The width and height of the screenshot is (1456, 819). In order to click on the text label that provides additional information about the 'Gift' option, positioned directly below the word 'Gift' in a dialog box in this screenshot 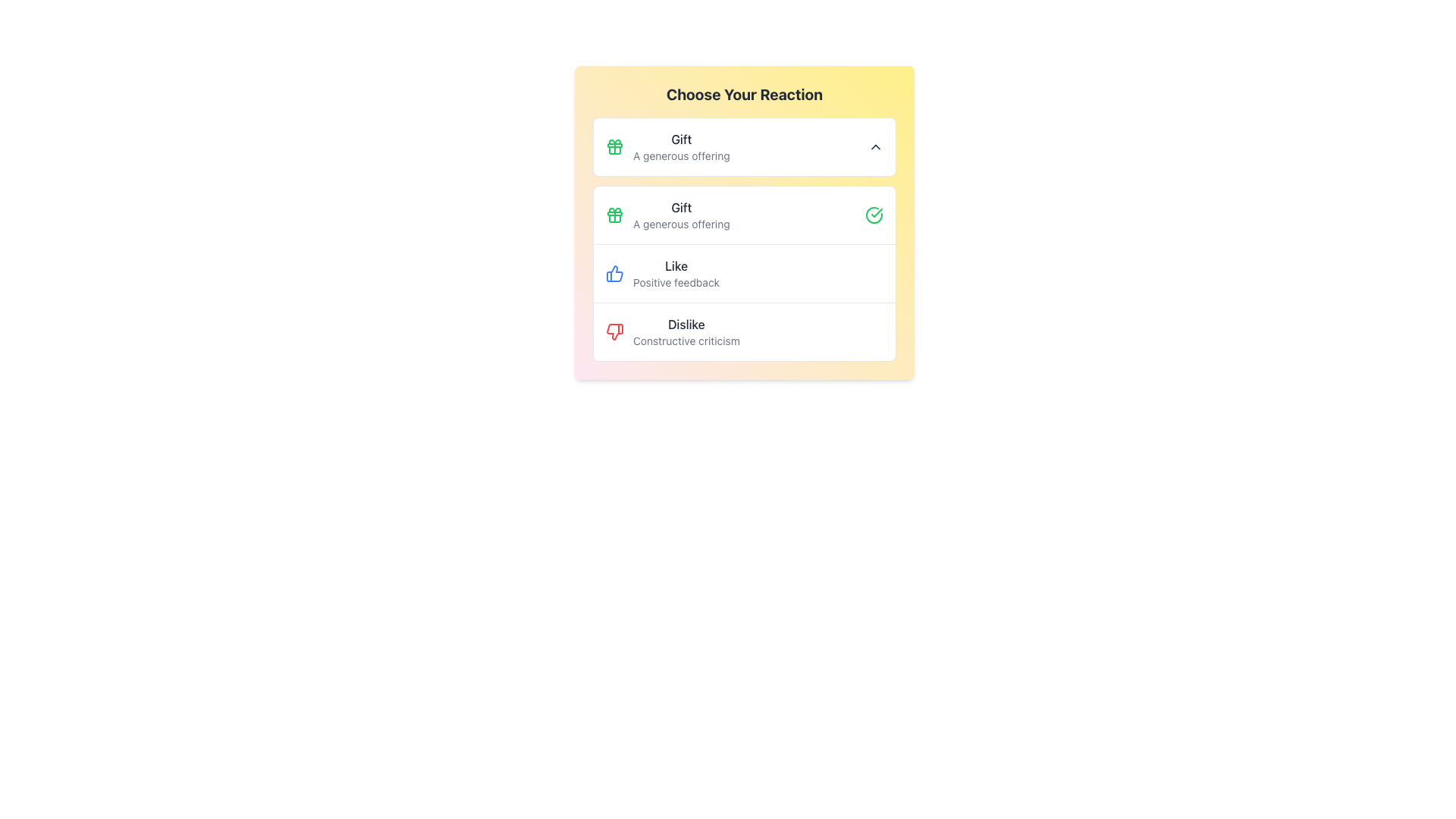, I will do `click(680, 155)`.